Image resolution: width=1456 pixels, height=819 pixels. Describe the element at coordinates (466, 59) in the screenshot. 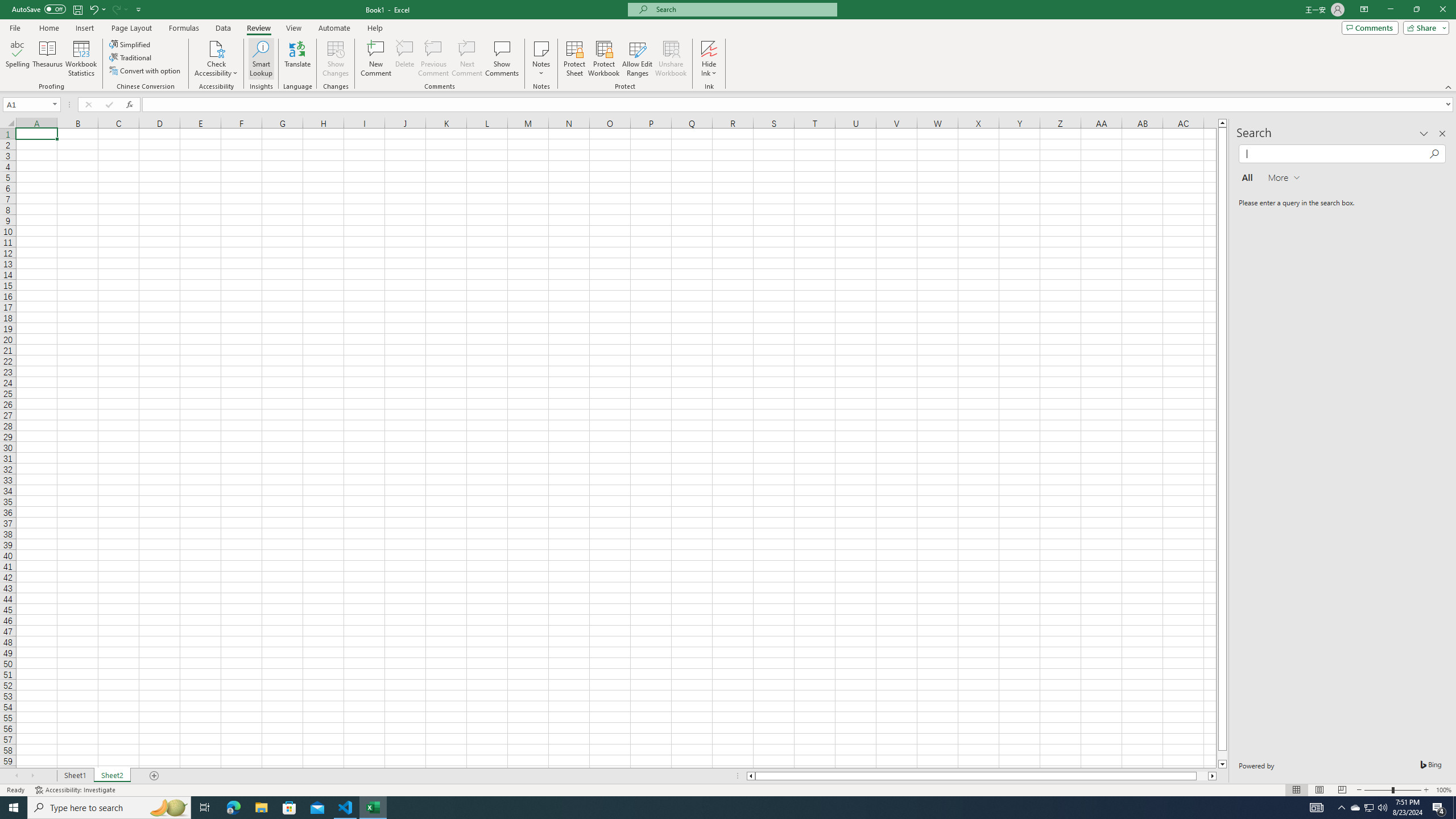

I see `'Next Comment'` at that location.